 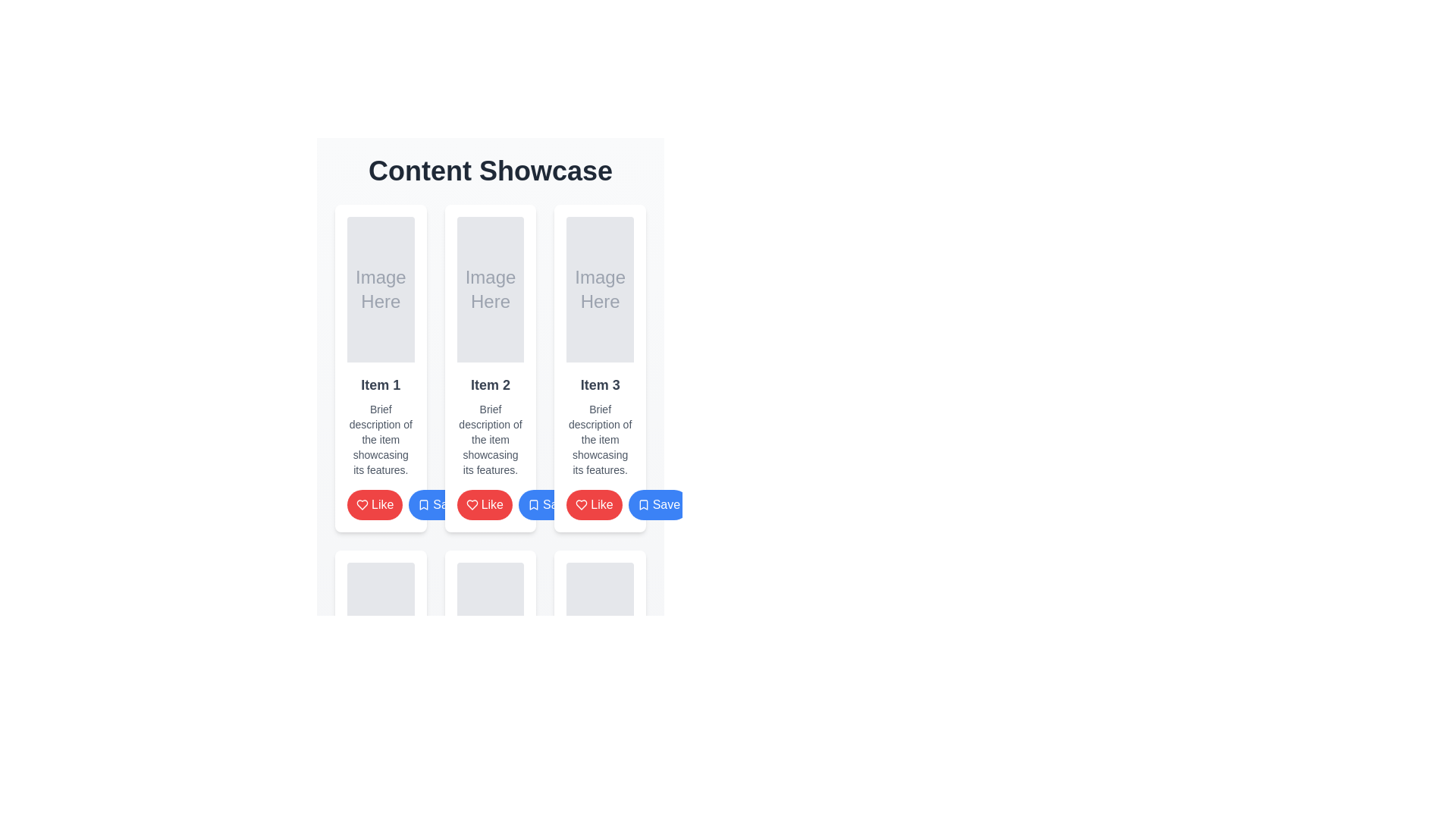 What do you see at coordinates (599, 289) in the screenshot?
I see `the image placeholder located at the top of the card labeled 'Item 3' within the 'Content Showcase' section` at bounding box center [599, 289].